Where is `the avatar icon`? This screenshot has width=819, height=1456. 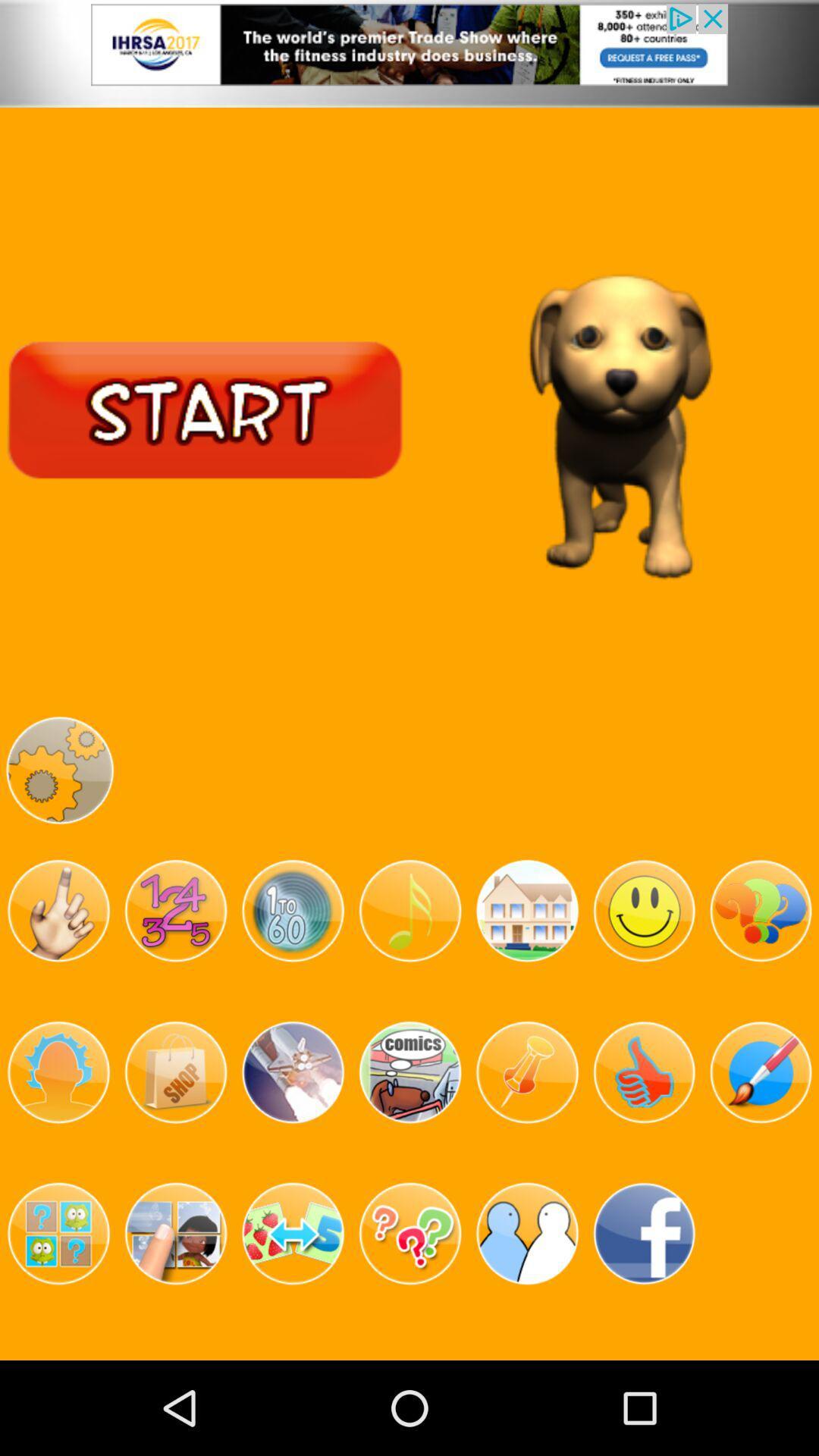 the avatar icon is located at coordinates (58, 1147).